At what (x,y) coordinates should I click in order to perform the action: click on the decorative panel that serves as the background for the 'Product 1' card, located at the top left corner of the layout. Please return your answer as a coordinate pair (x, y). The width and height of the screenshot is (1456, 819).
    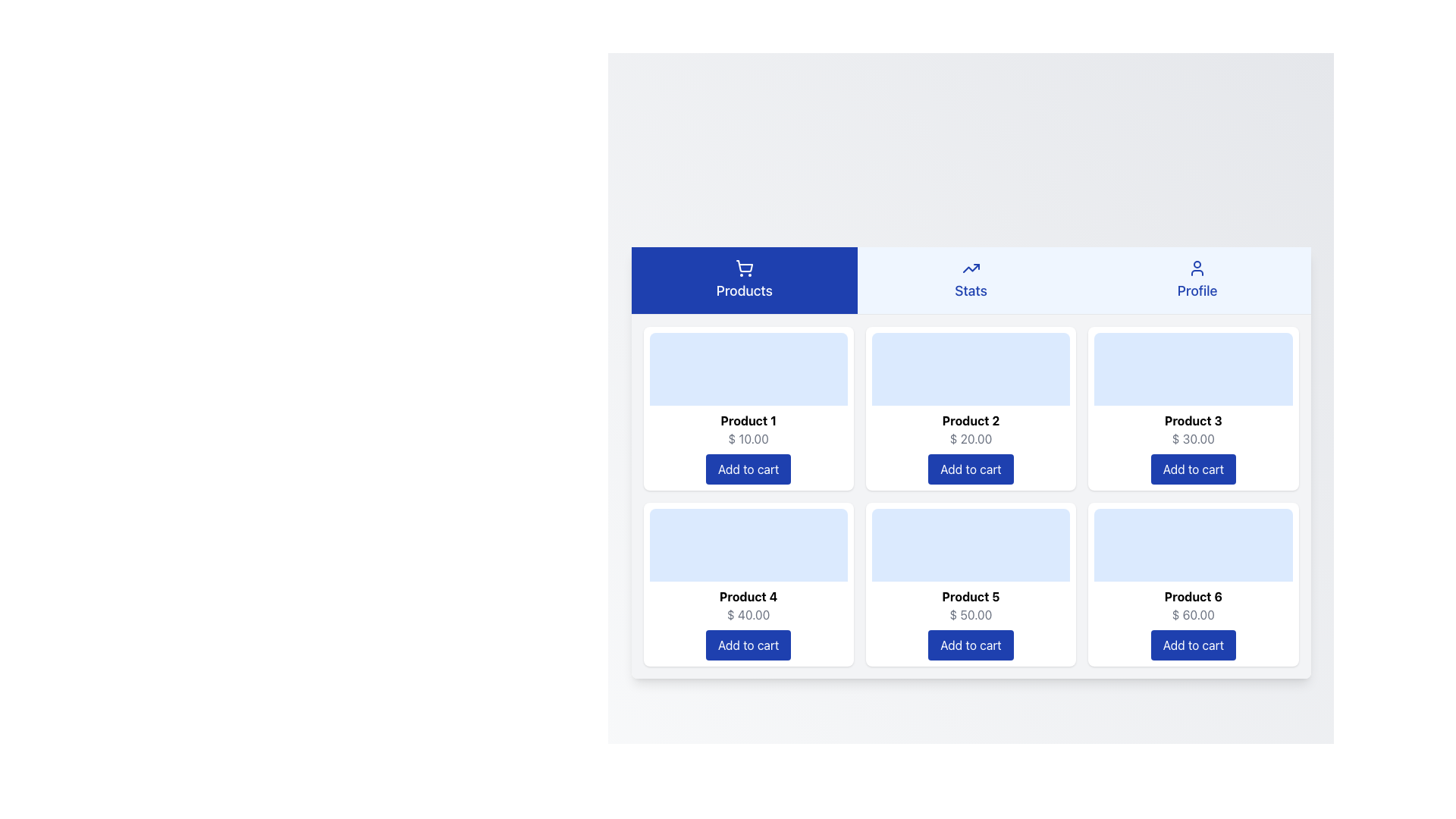
    Looking at the image, I should click on (748, 369).